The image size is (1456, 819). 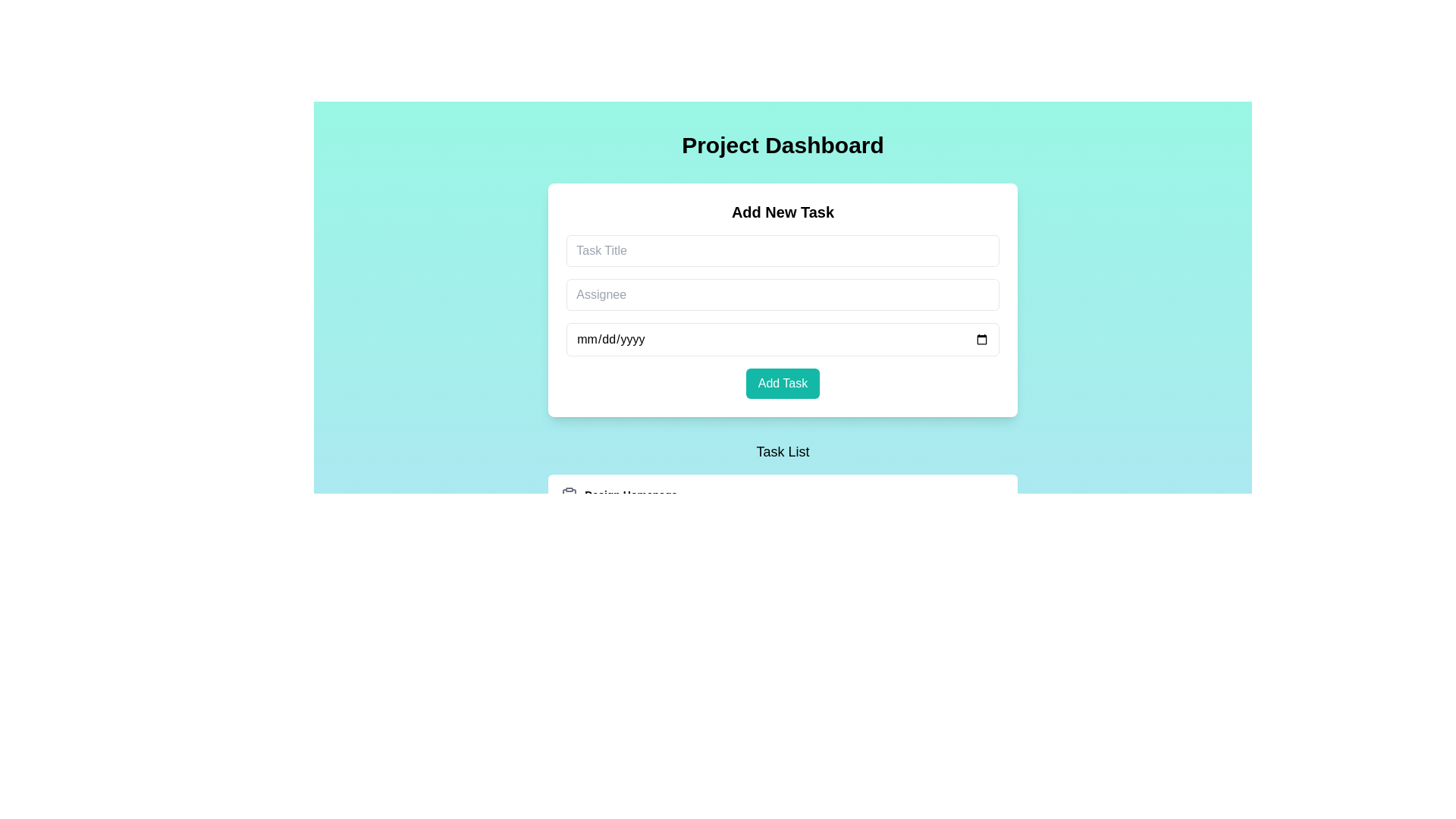 I want to click on the 'Mark as Completed' button located at the bottom-right corner of the task card for the task 'Design Homepage', so click(x=946, y=513).